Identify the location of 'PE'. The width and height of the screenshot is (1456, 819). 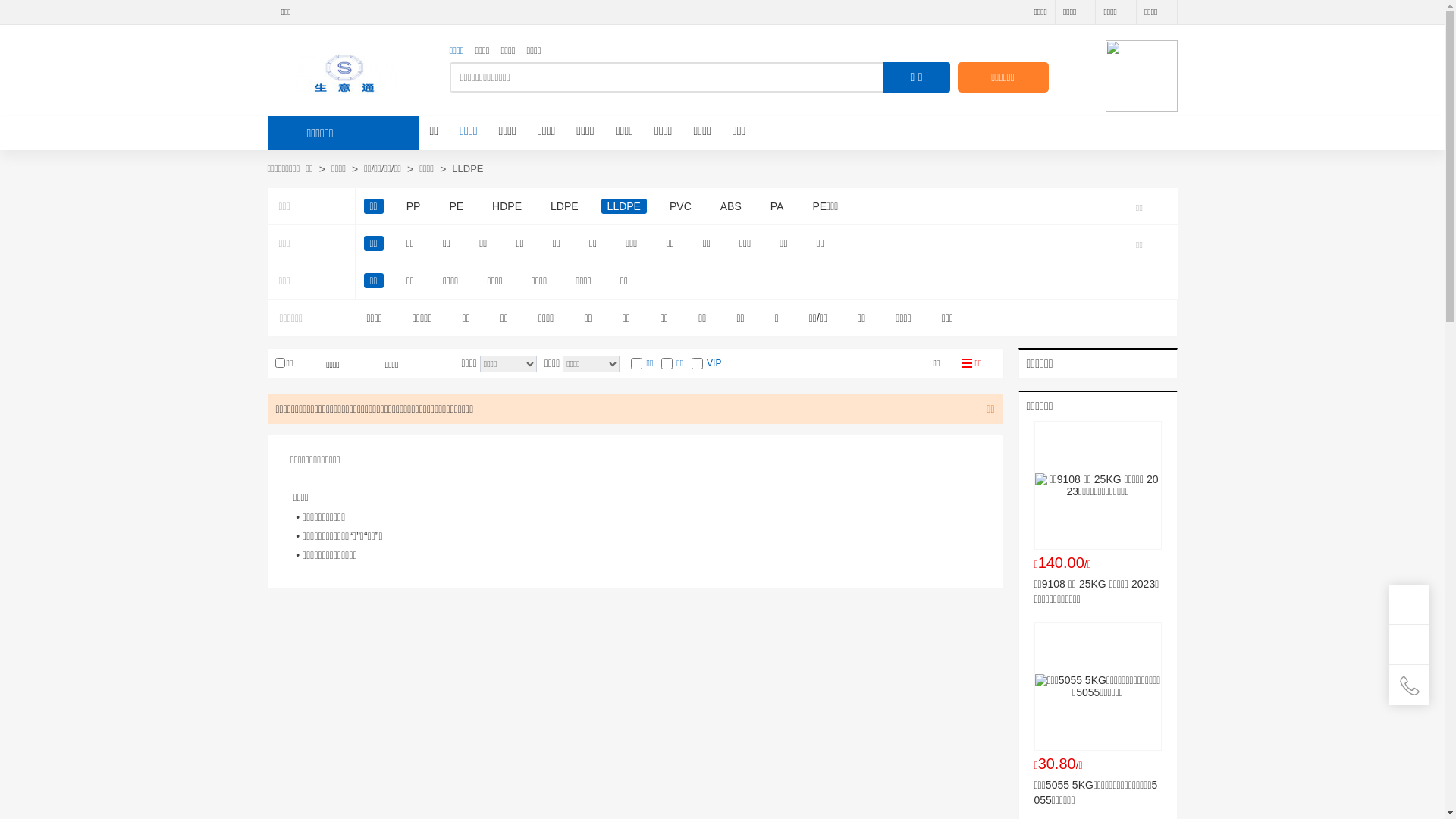
(455, 206).